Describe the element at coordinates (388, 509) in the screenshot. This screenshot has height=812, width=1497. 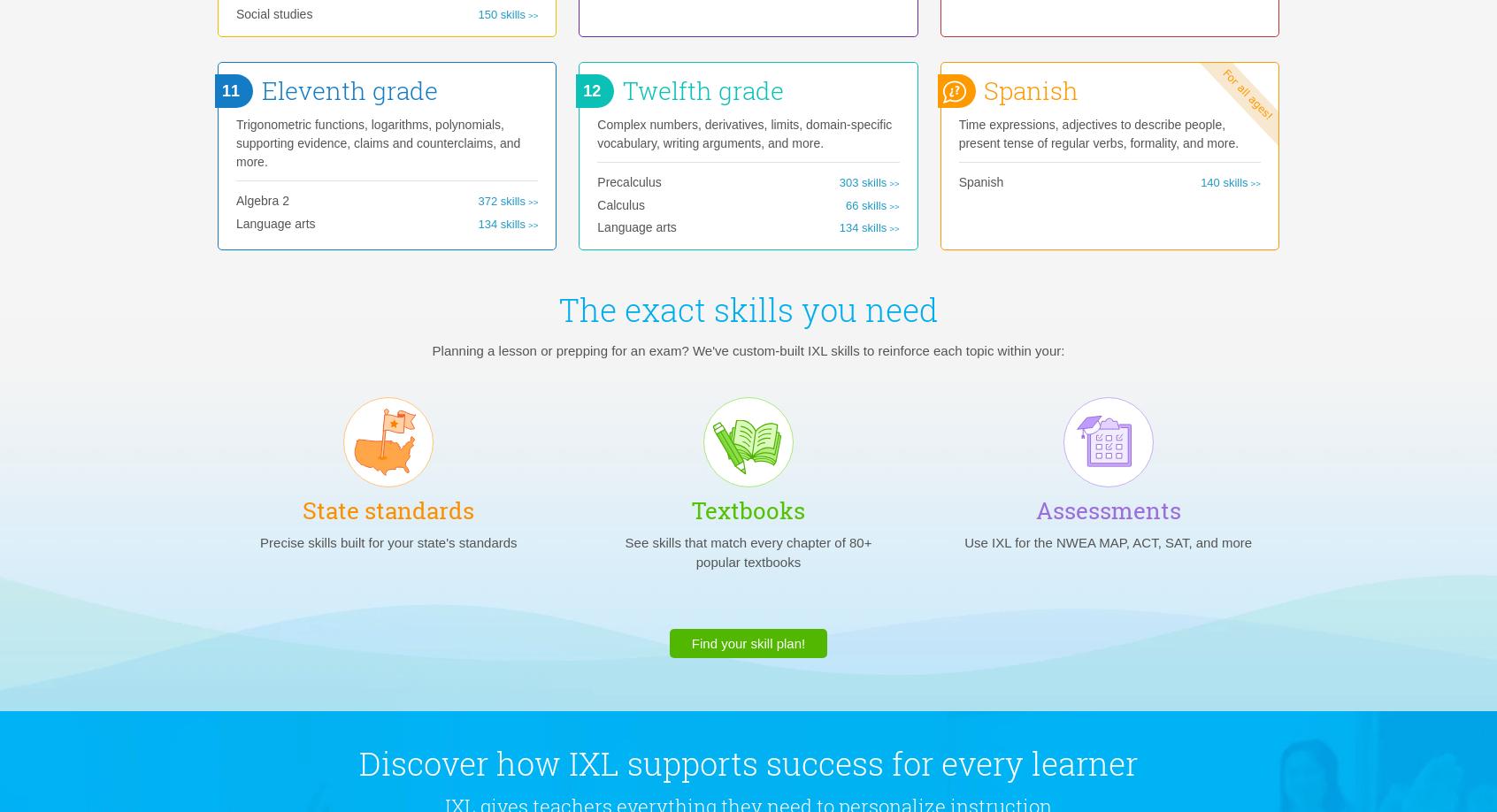
I see `'State standards'` at that location.